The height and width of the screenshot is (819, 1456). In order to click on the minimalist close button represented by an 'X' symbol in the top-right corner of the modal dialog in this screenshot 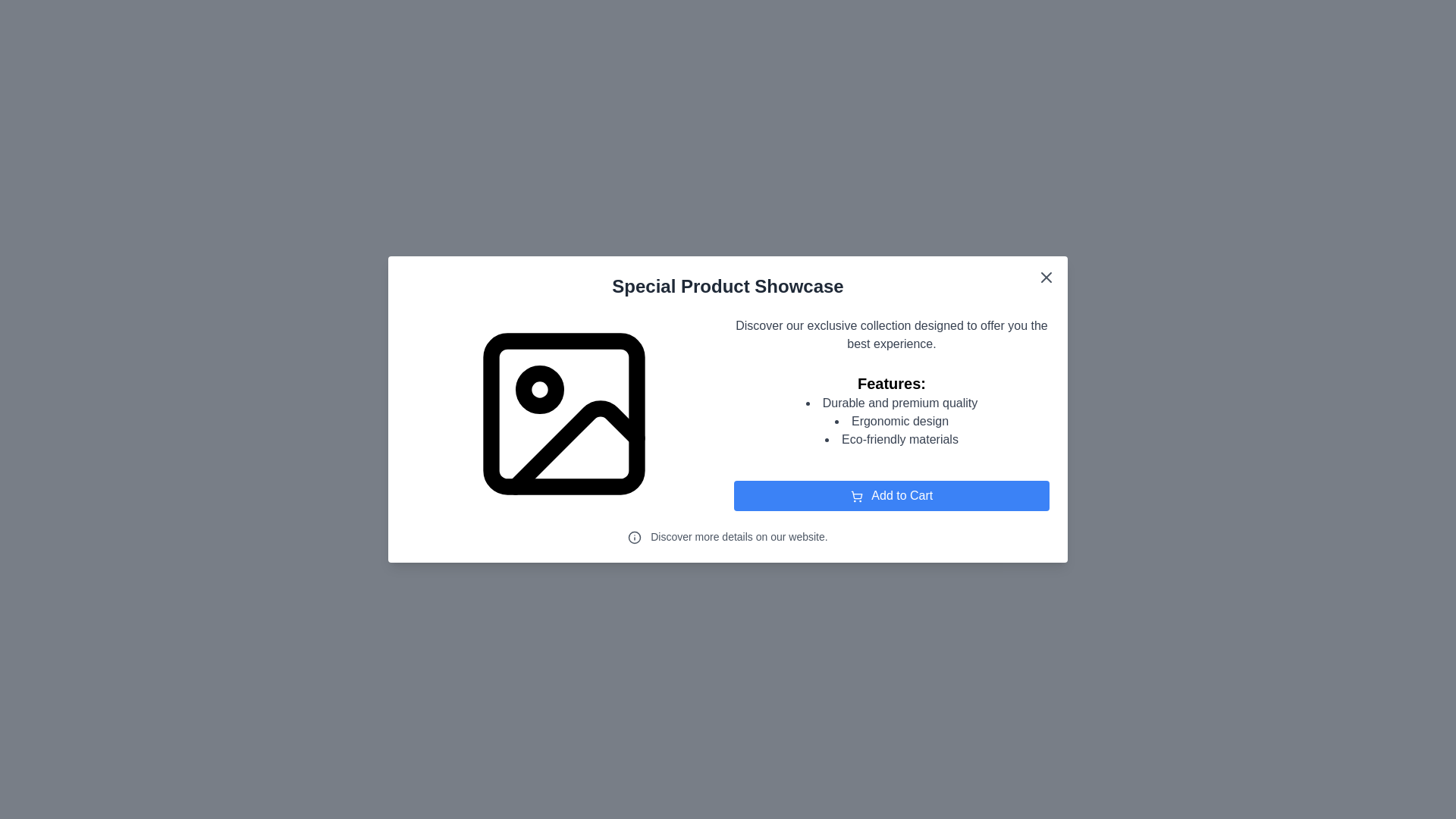, I will do `click(1046, 277)`.